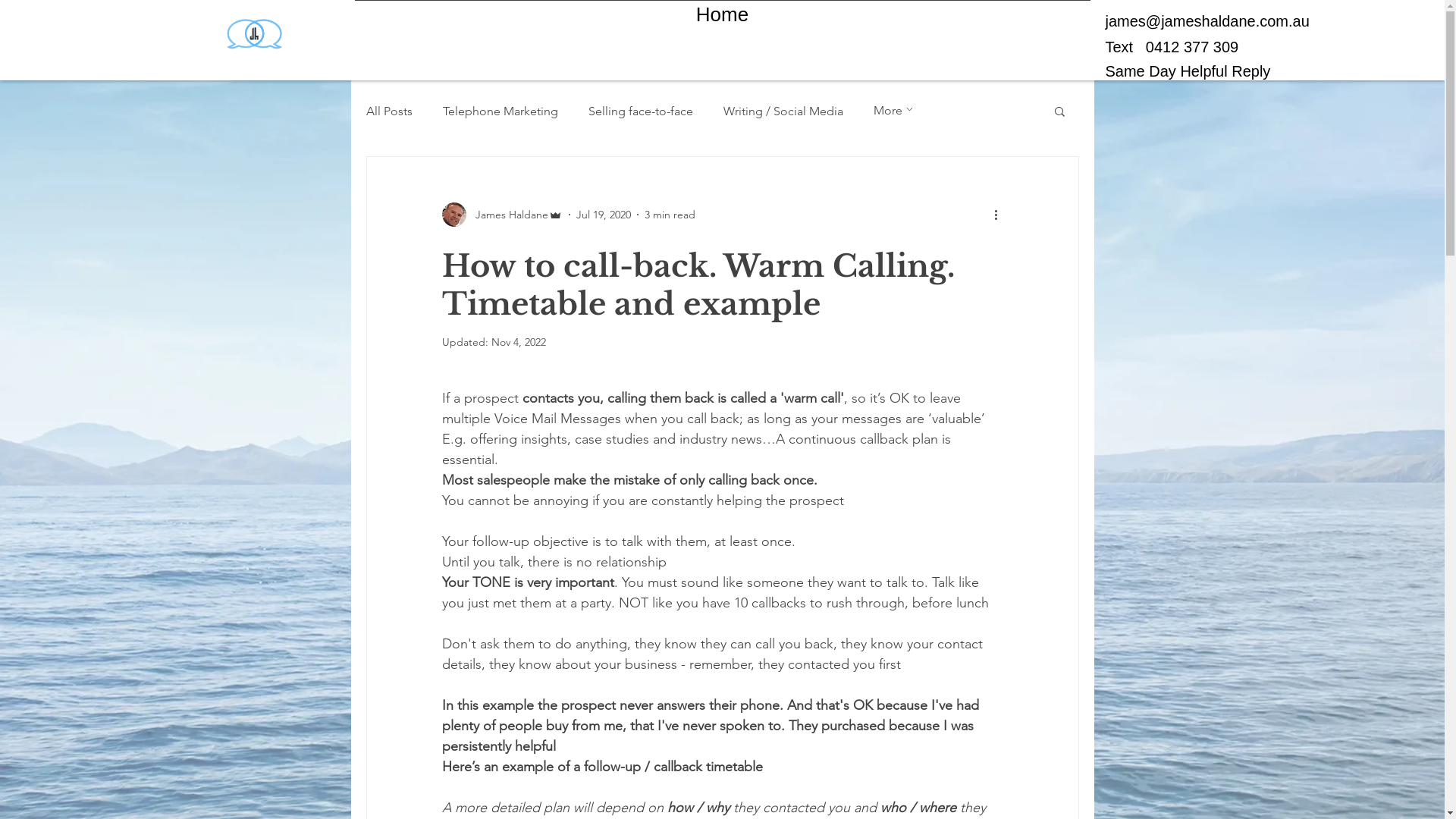  What do you see at coordinates (640, 109) in the screenshot?
I see `'Selling face-to-face'` at bounding box center [640, 109].